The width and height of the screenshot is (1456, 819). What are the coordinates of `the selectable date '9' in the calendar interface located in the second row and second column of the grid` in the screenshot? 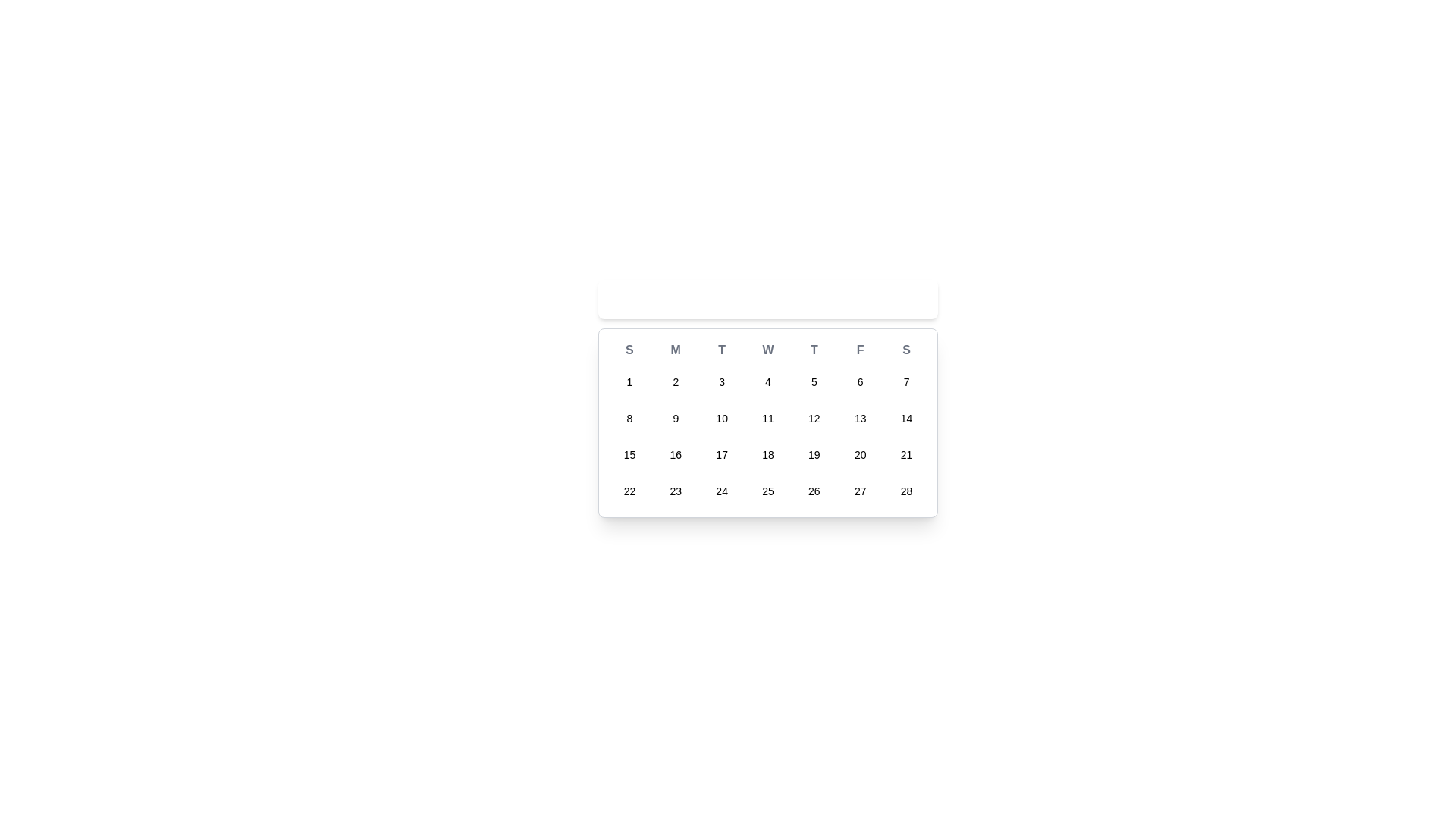 It's located at (675, 418).